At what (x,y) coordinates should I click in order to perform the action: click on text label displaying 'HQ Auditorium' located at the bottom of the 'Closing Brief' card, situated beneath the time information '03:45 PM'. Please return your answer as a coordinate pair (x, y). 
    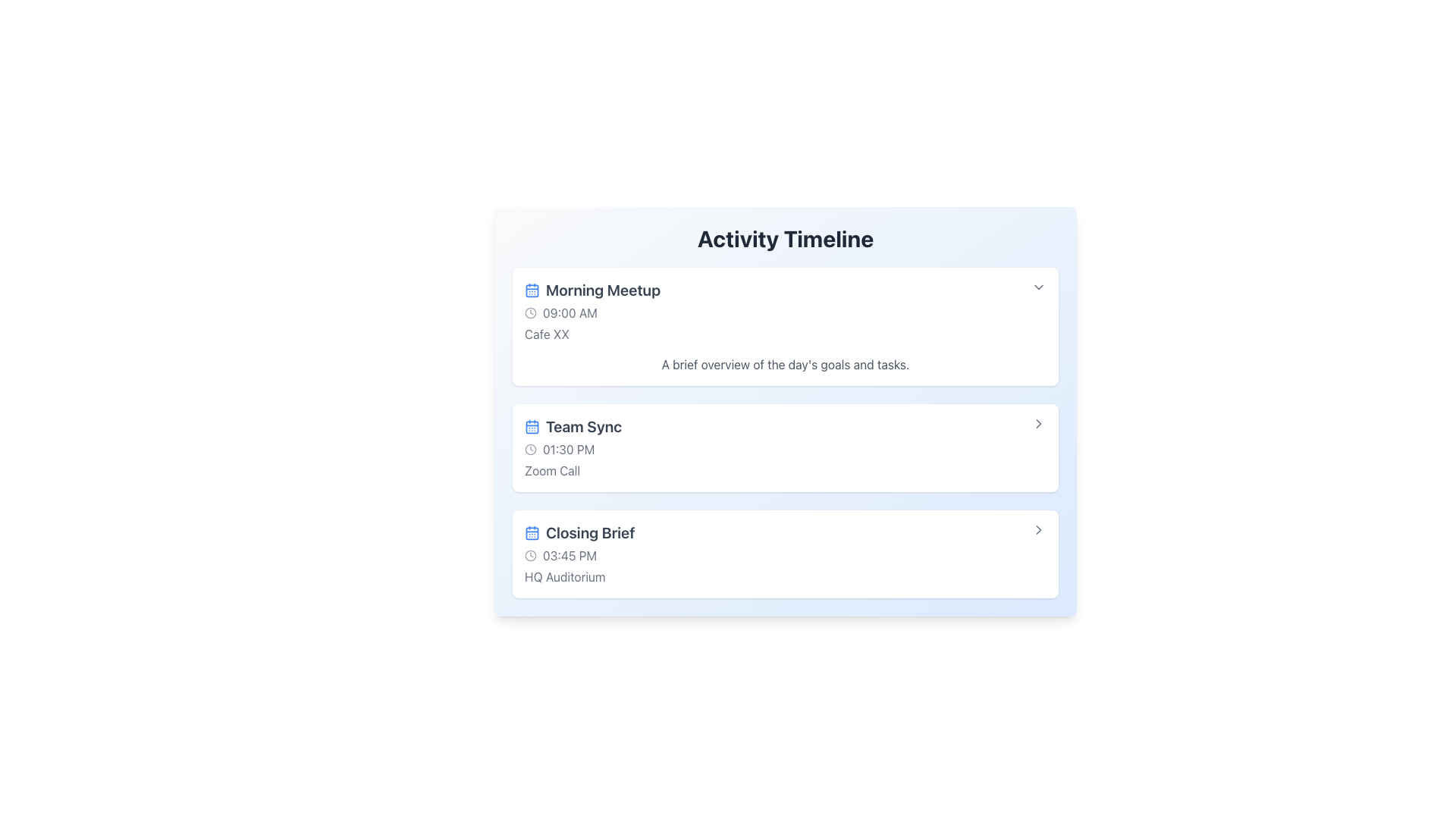
    Looking at the image, I should click on (579, 576).